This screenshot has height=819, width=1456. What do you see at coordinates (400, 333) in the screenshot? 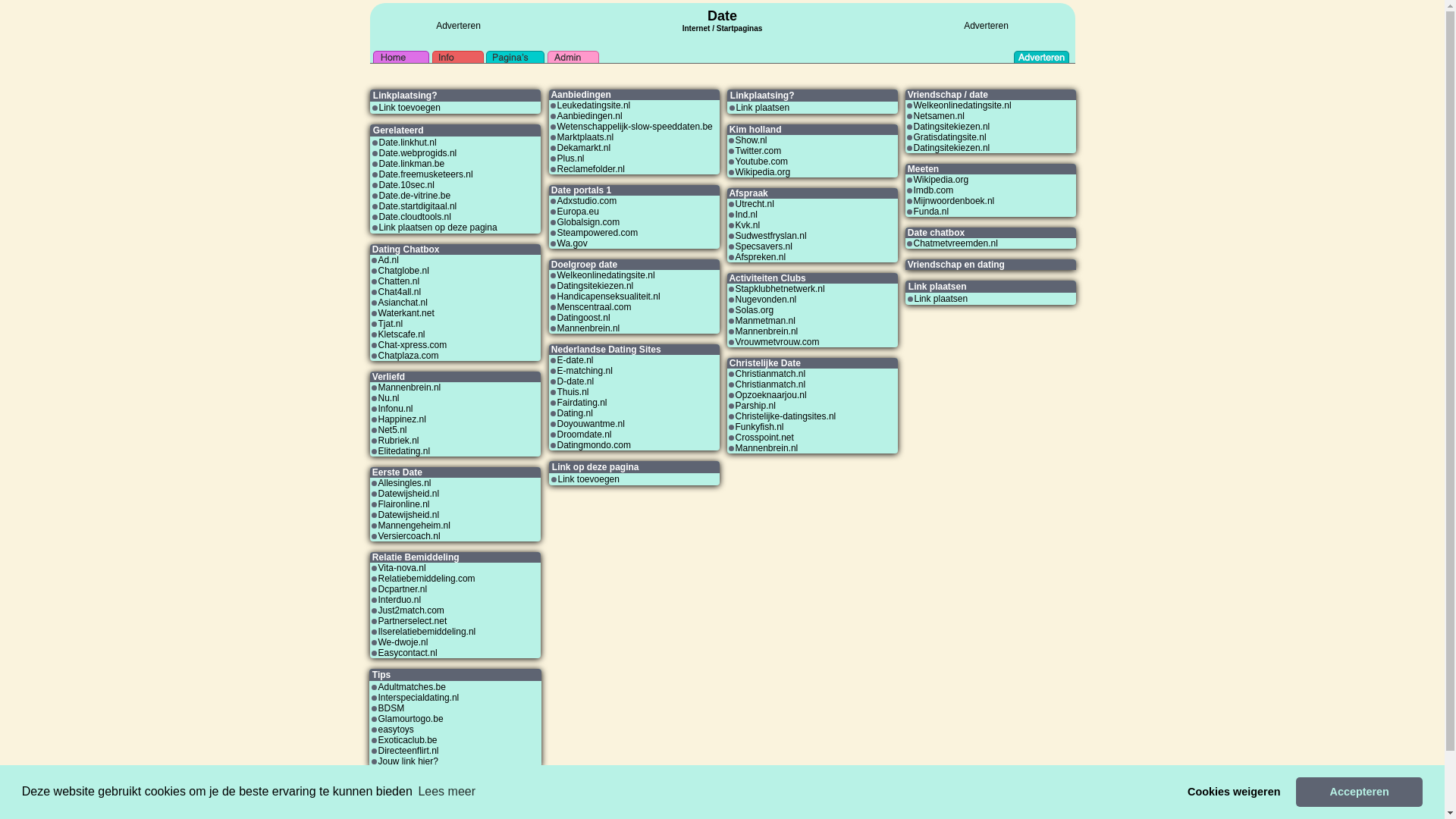
I see `'Kletscafe.nl'` at bounding box center [400, 333].